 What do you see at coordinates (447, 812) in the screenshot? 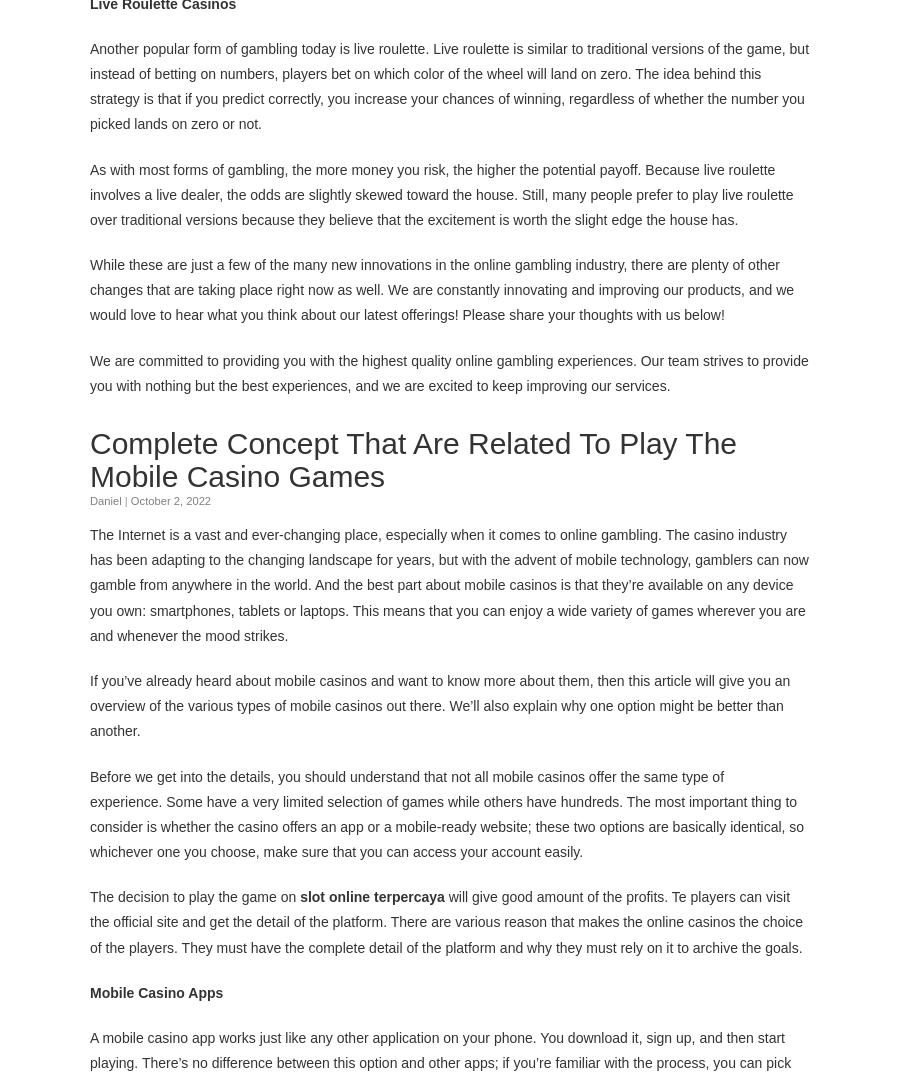
I see `'Before we get into the details, you should understand that not all mobile casinos offer the same type of experience. Some have a very limited selection of games while others have hundreds. The most important thing to consider is whether the casino offers an app or a mobile-ready website; these two options are basically identical, so whichever one you choose, make sure that you can access your account easily.'` at bounding box center [447, 812].